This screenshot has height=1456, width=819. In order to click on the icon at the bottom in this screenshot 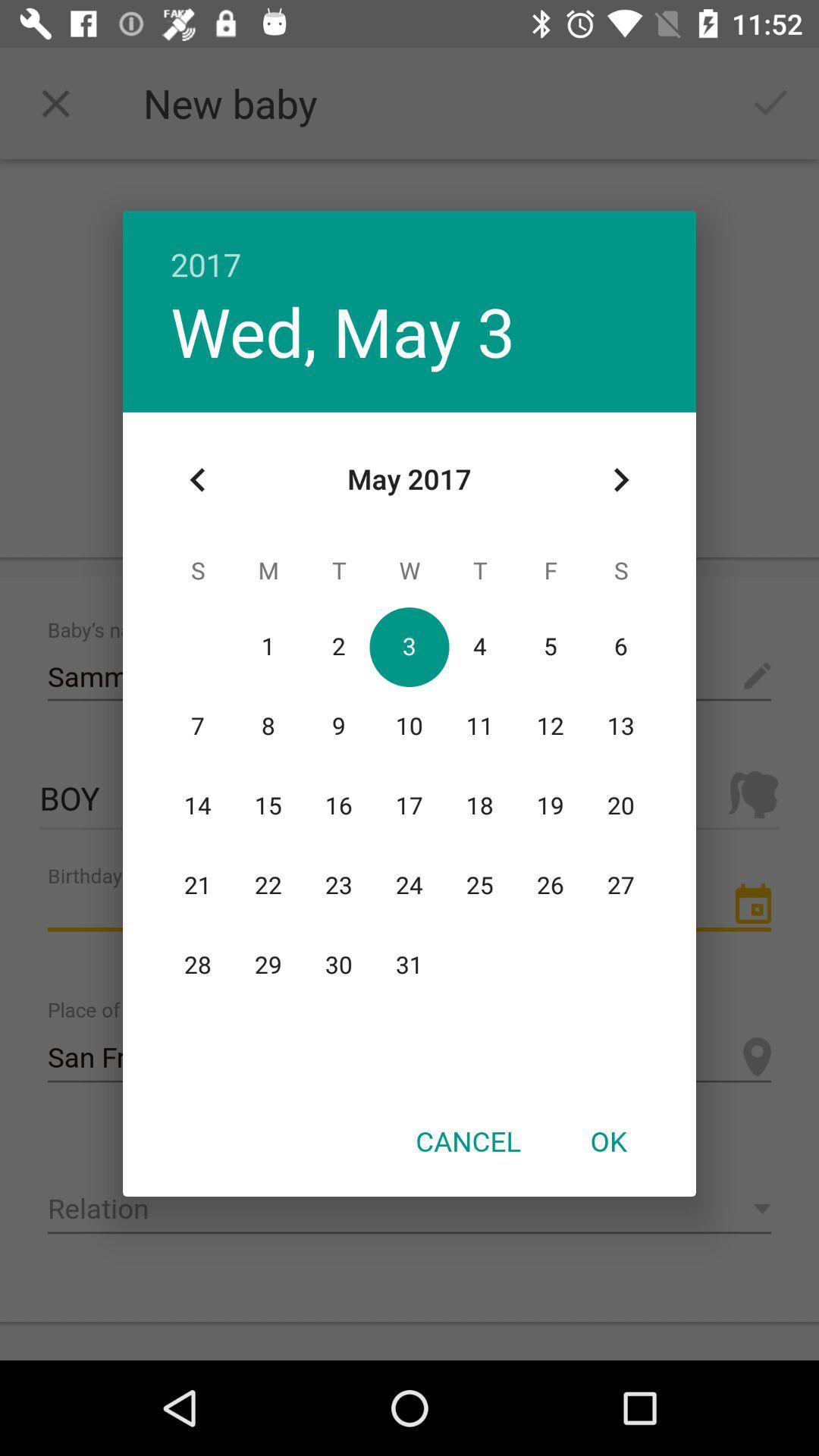, I will do `click(467, 1141)`.